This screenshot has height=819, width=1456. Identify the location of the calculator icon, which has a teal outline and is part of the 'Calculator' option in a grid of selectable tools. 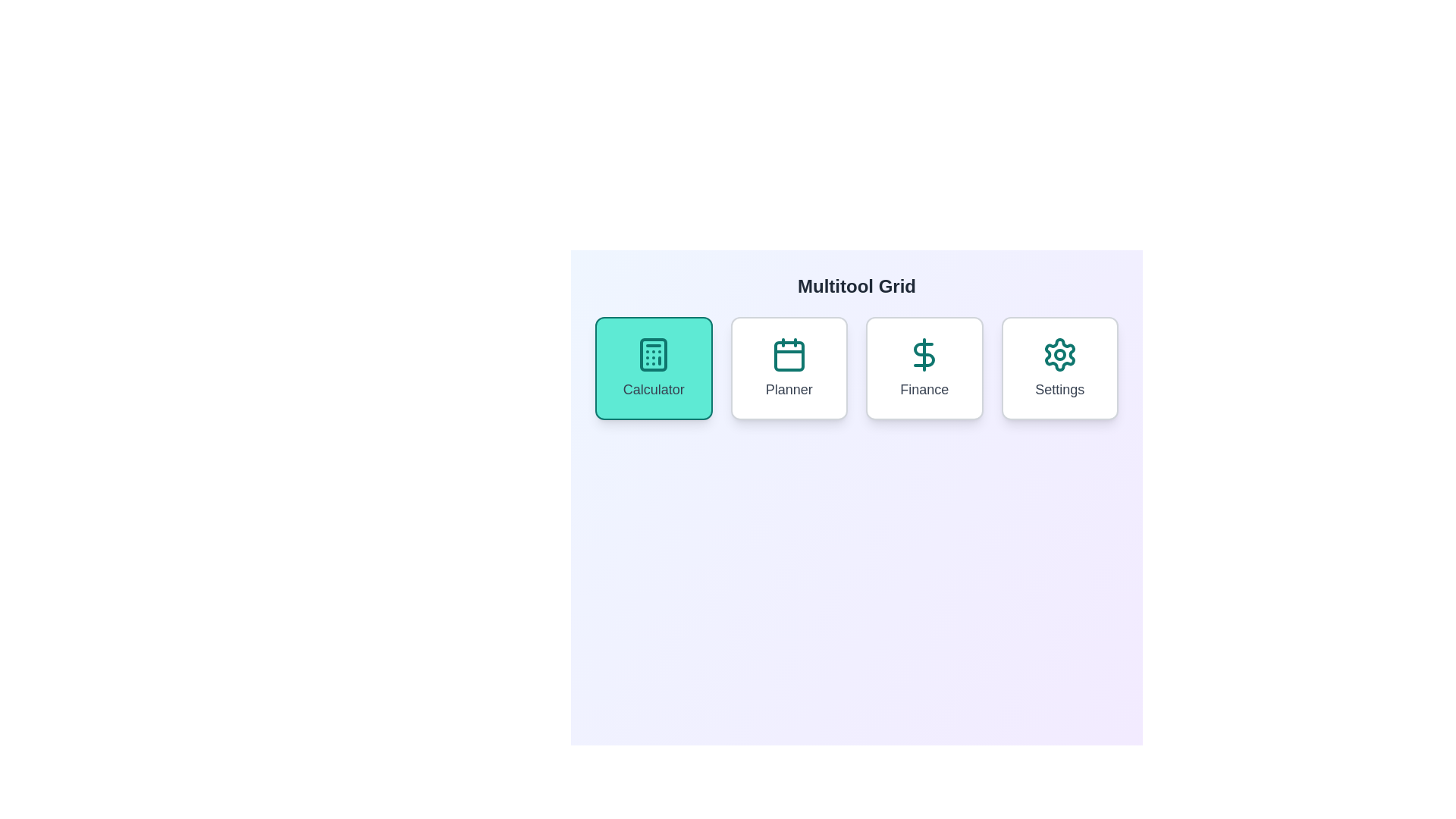
(654, 354).